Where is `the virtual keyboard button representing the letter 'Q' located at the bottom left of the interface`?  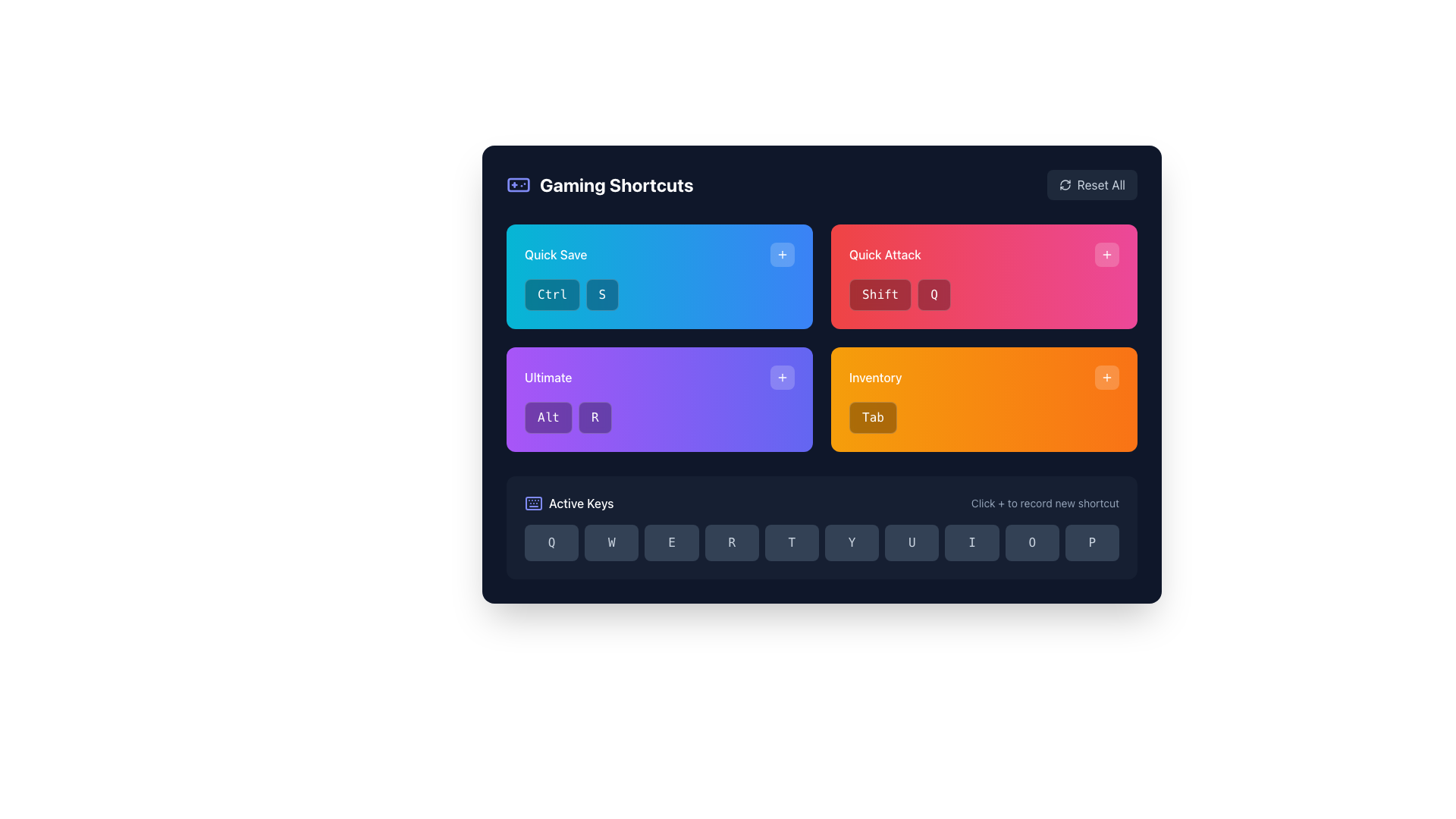 the virtual keyboard button representing the letter 'Q' located at the bottom left of the interface is located at coordinates (551, 542).